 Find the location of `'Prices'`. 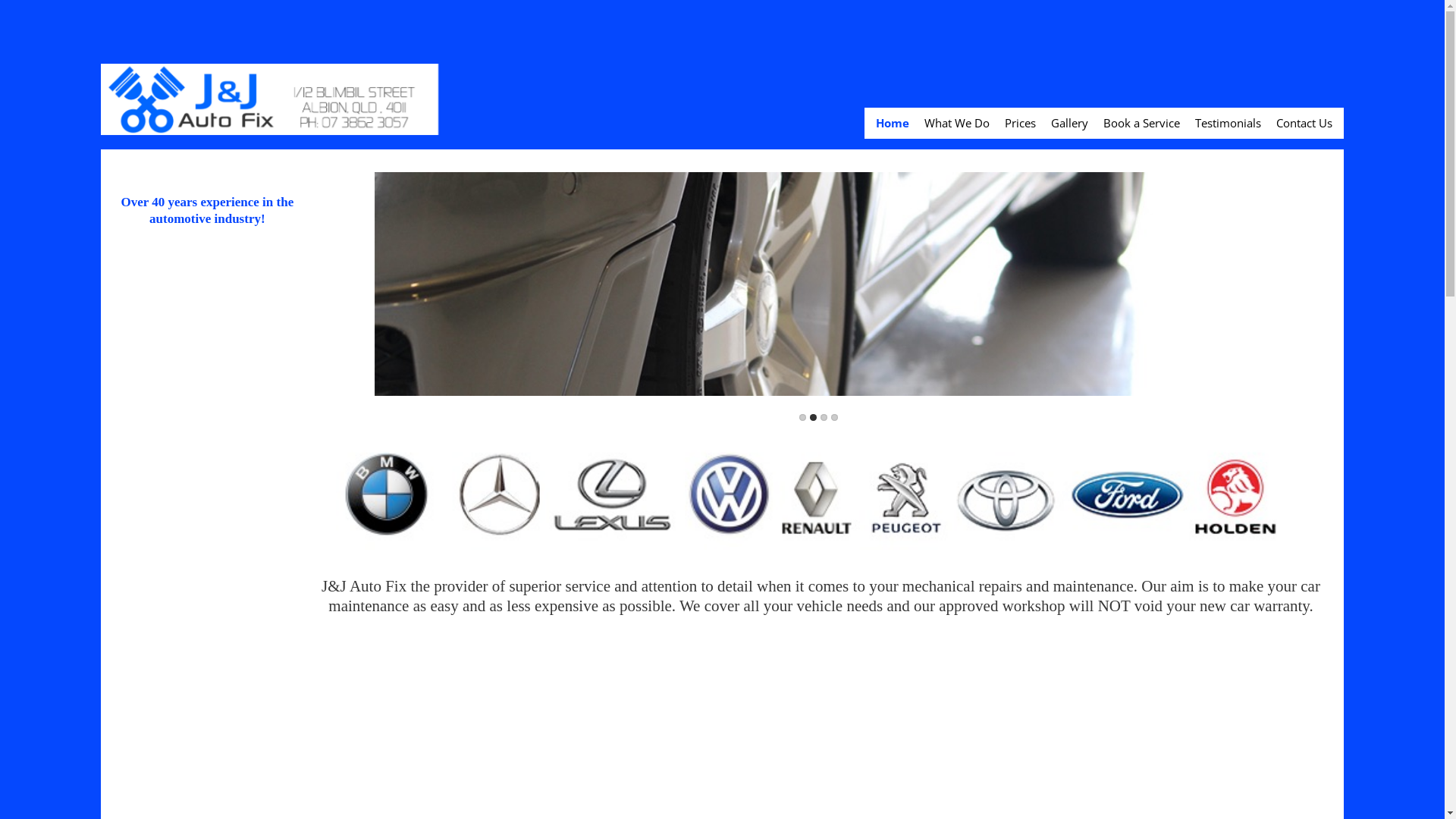

'Prices' is located at coordinates (1020, 122).